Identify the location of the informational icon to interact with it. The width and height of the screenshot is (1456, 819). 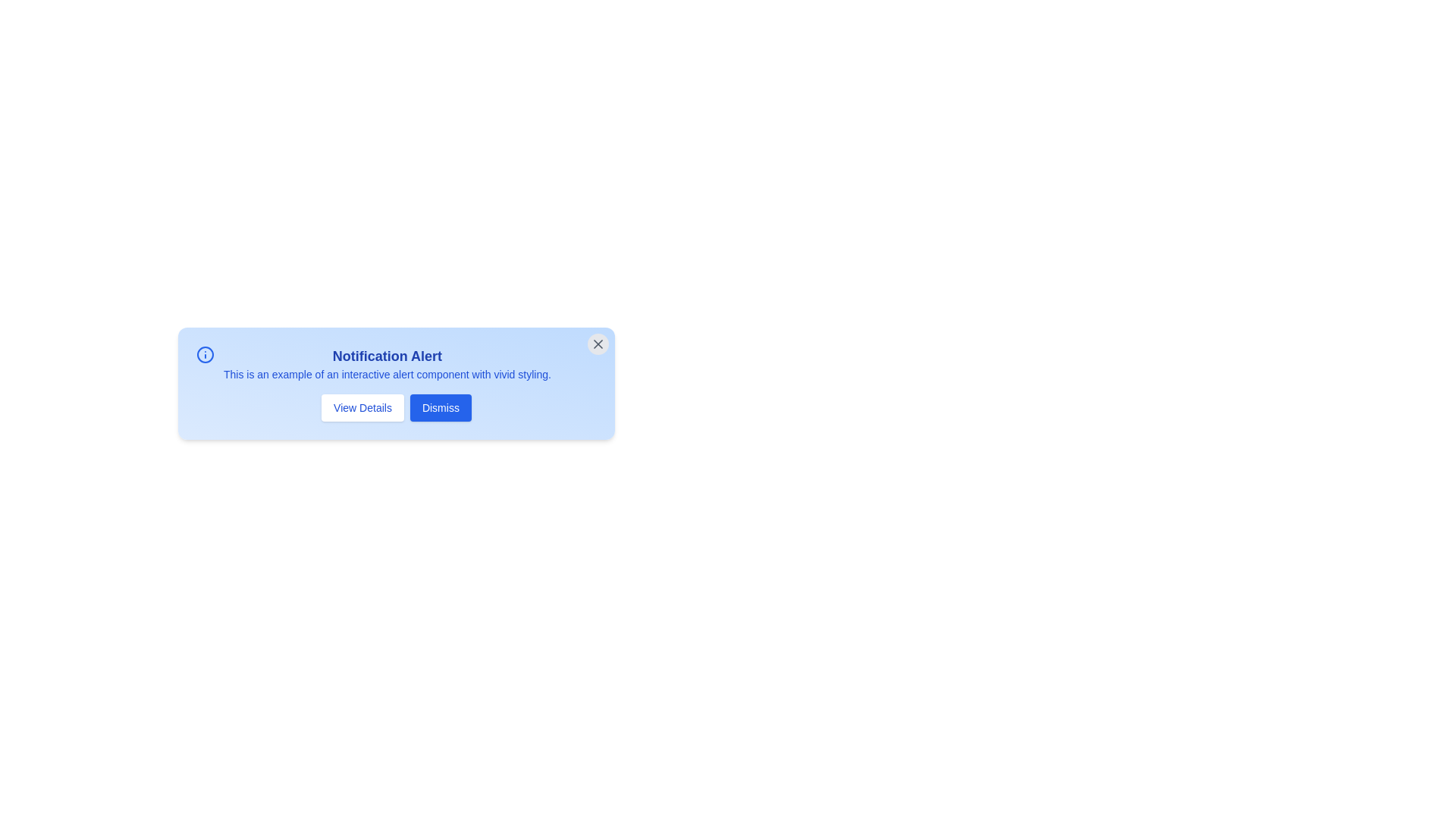
(204, 354).